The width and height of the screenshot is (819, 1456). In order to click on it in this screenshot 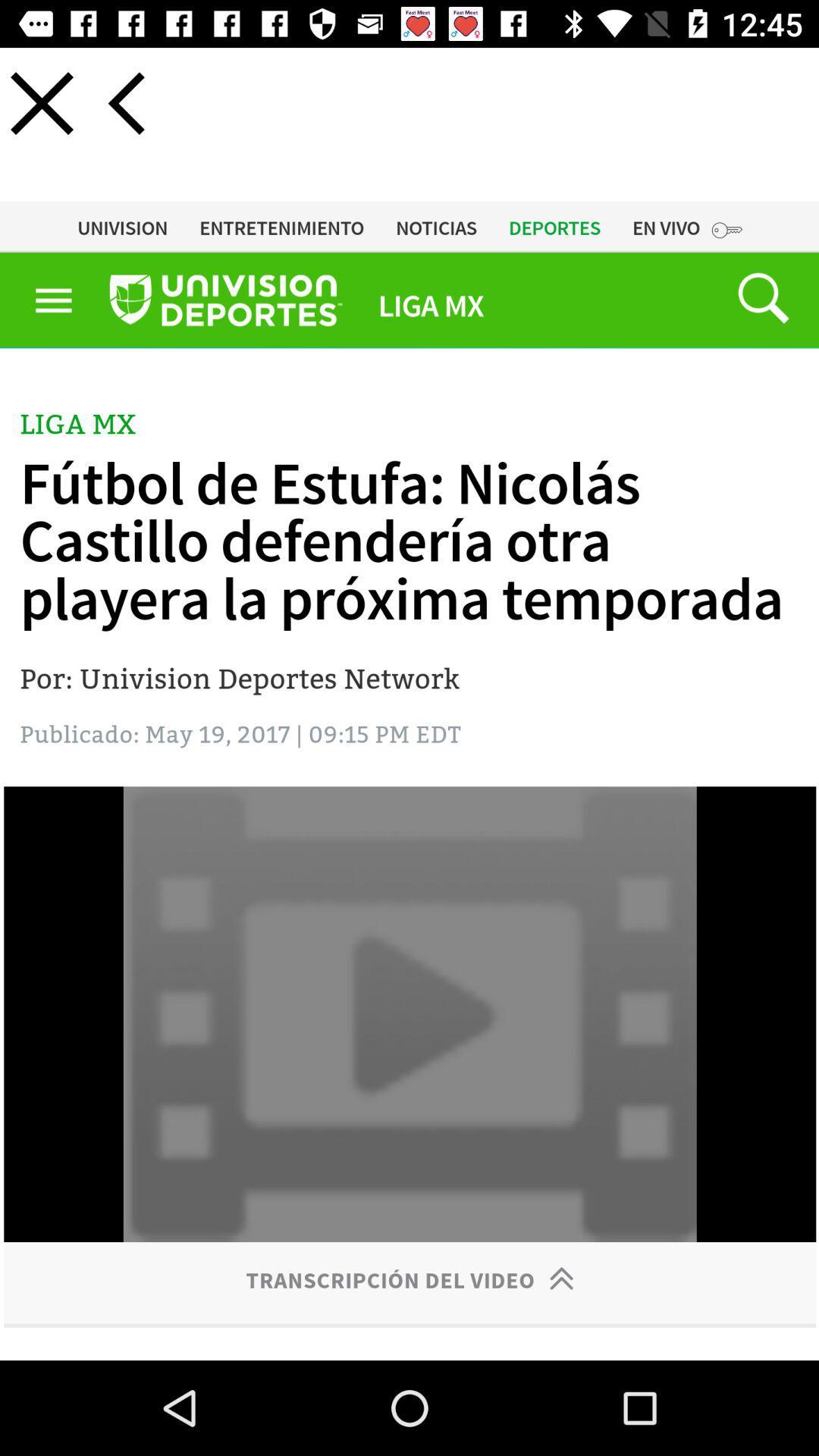, I will do `click(41, 102)`.